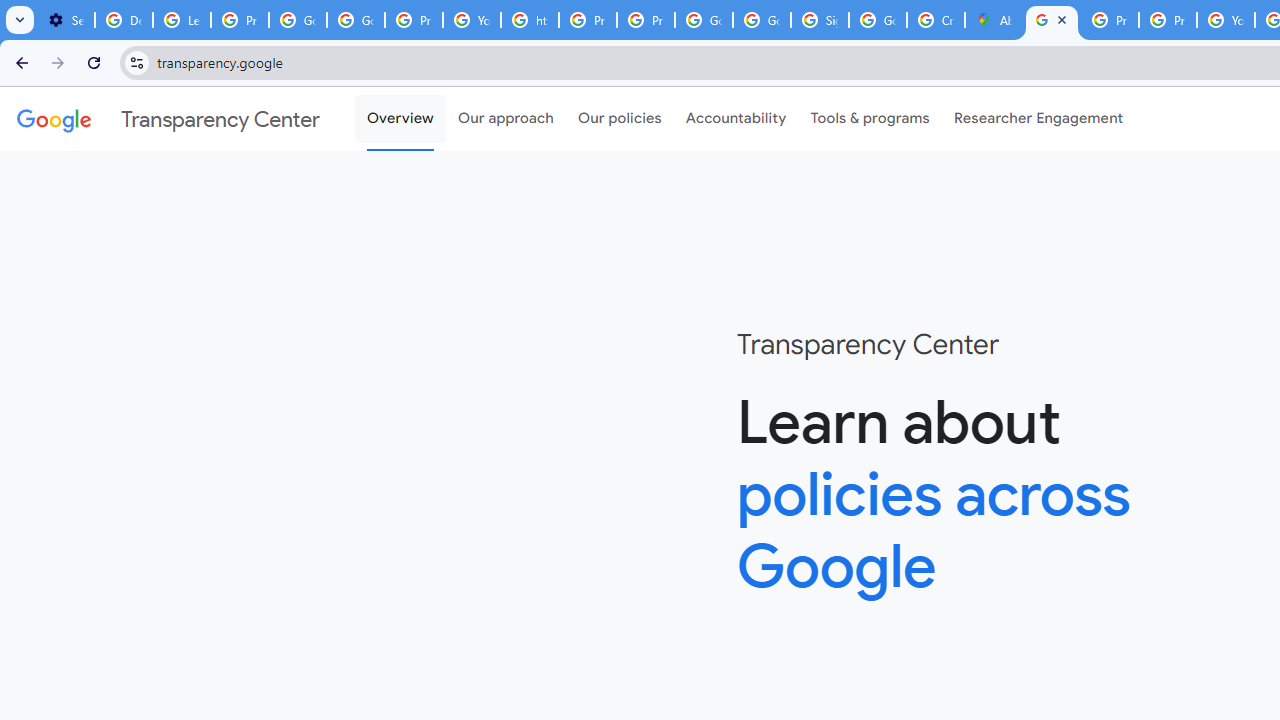  What do you see at coordinates (296, 20) in the screenshot?
I see `'Google Account Help'` at bounding box center [296, 20].